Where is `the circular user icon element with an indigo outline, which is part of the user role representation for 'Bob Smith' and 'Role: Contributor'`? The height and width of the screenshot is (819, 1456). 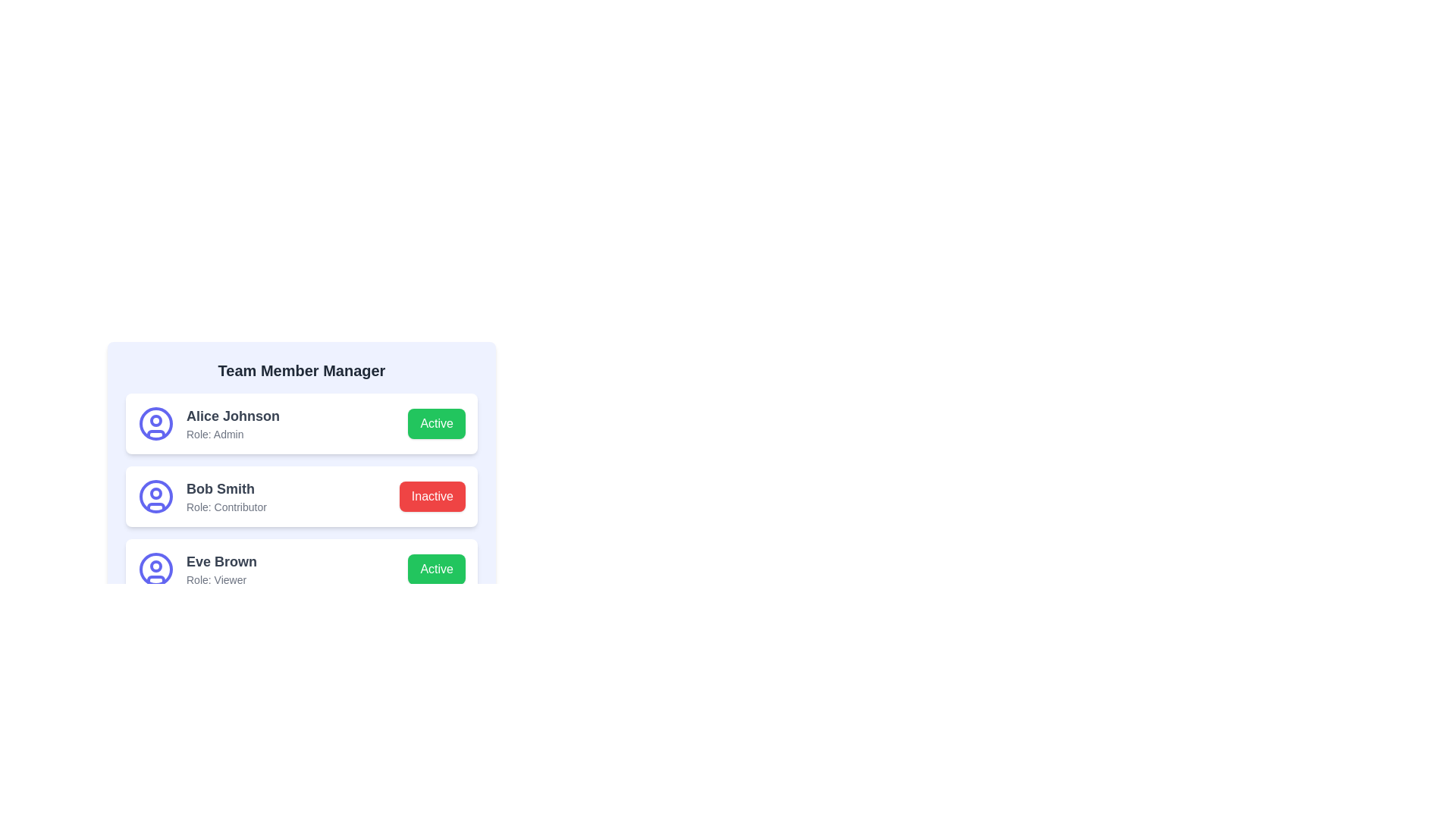 the circular user icon element with an indigo outline, which is part of the user role representation for 'Bob Smith' and 'Role: Contributor' is located at coordinates (156, 497).